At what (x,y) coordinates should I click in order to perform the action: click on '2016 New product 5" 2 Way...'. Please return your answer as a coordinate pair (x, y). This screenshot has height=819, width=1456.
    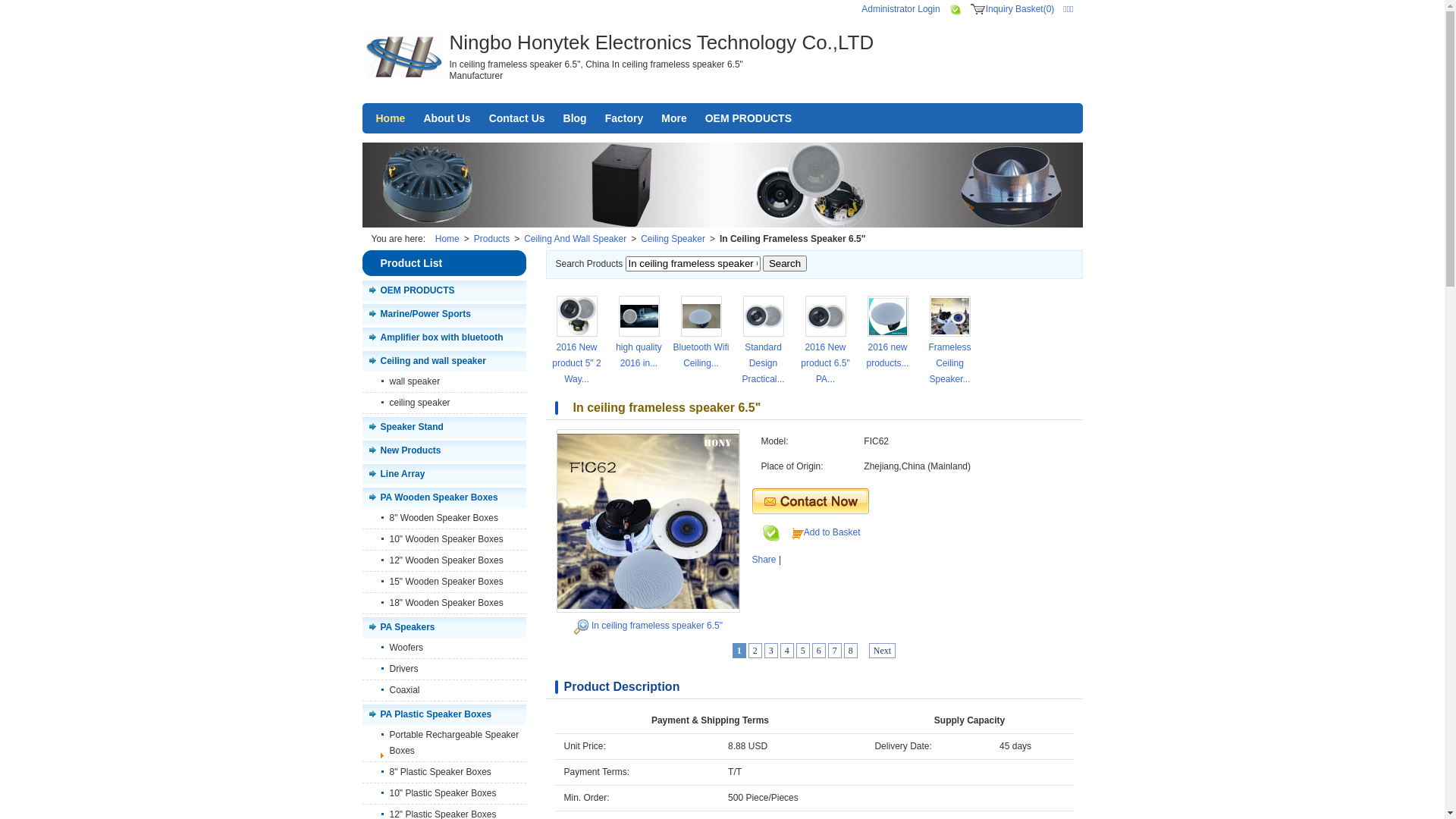
    Looking at the image, I should click on (551, 362).